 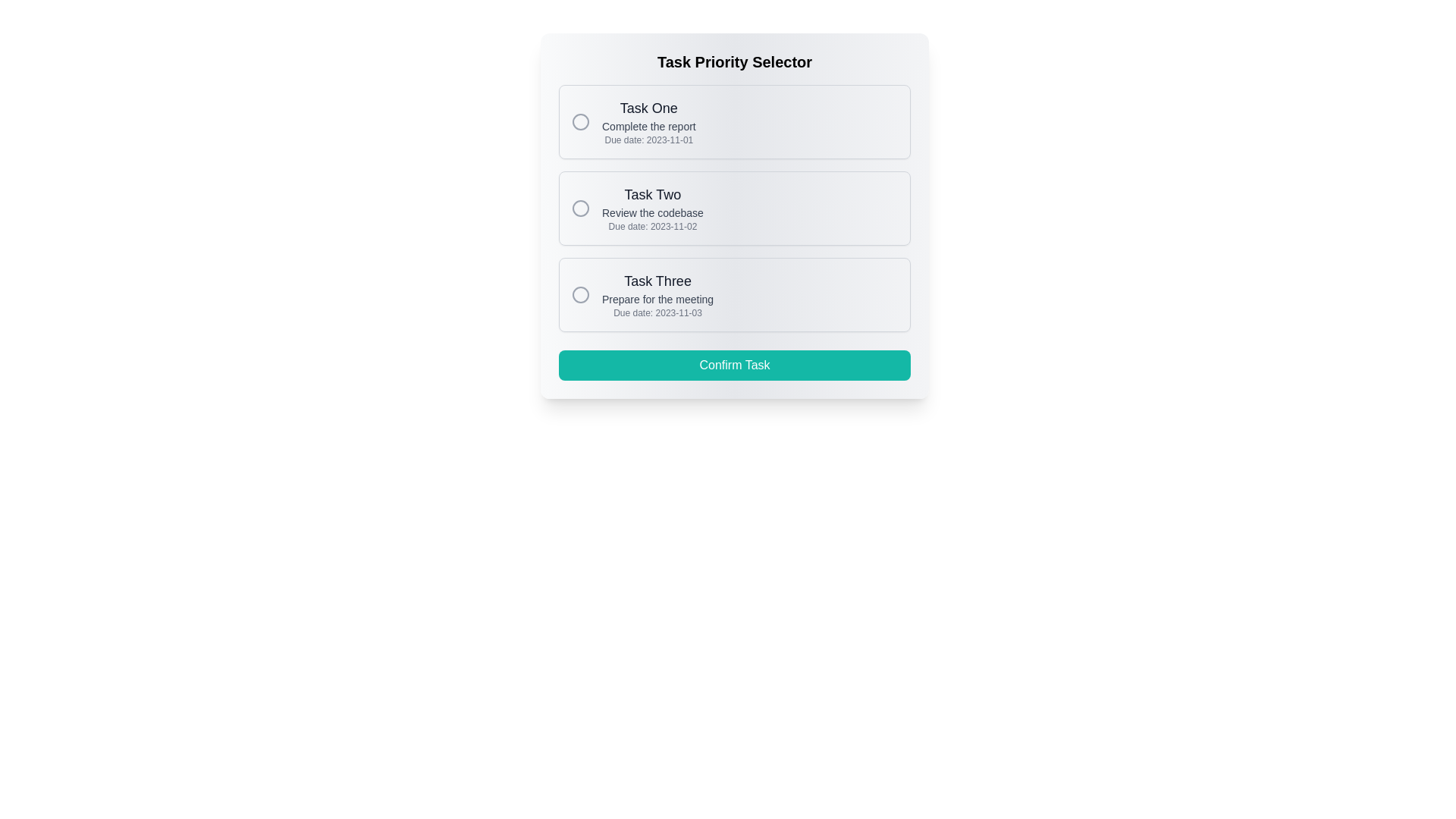 I want to click on the radio button icon located in the 'Task One' section, so click(x=580, y=121).